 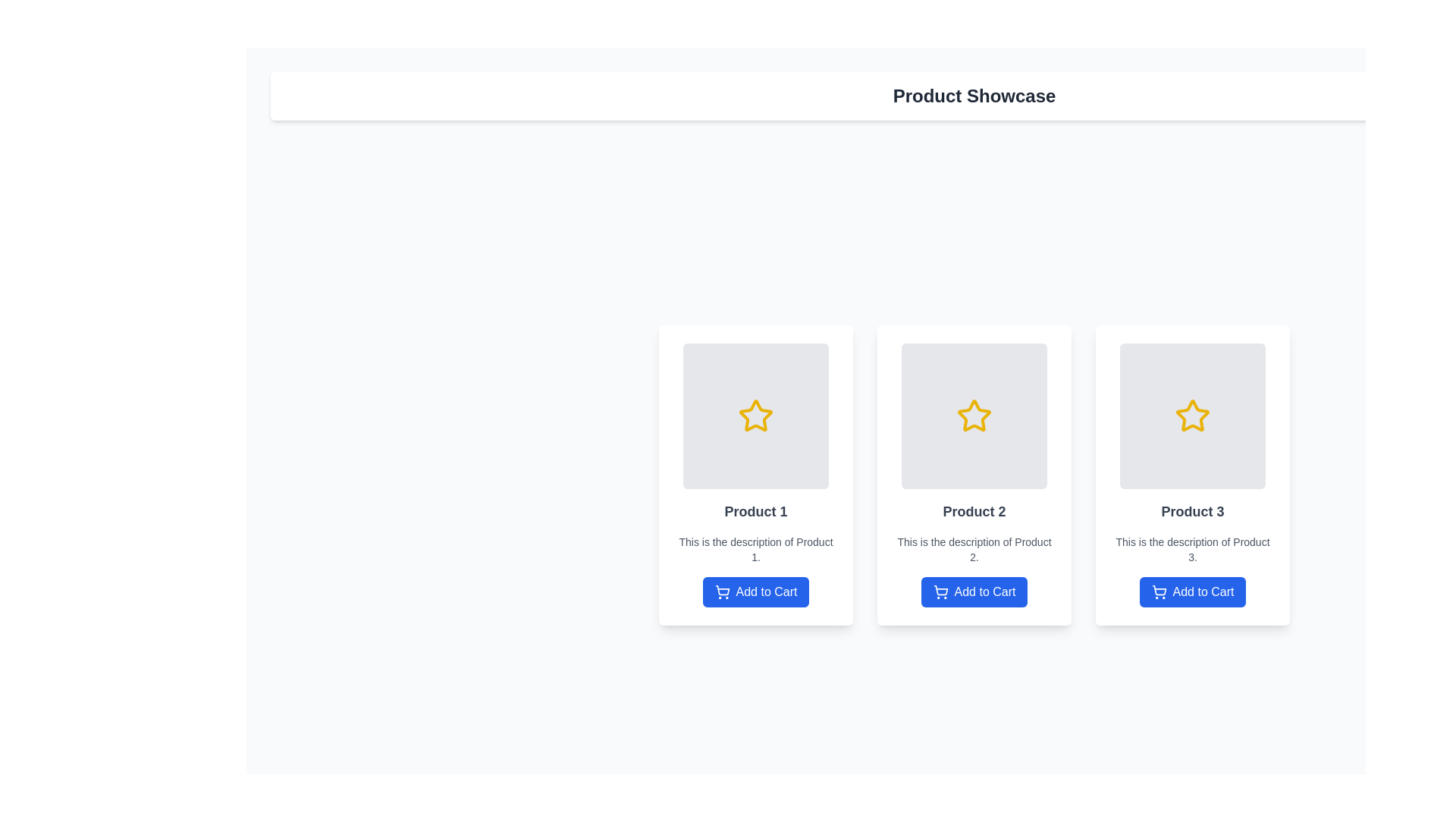 I want to click on the 'Add to Cart' button located at the bottom-center of the 'Product 2' card, so click(x=974, y=591).